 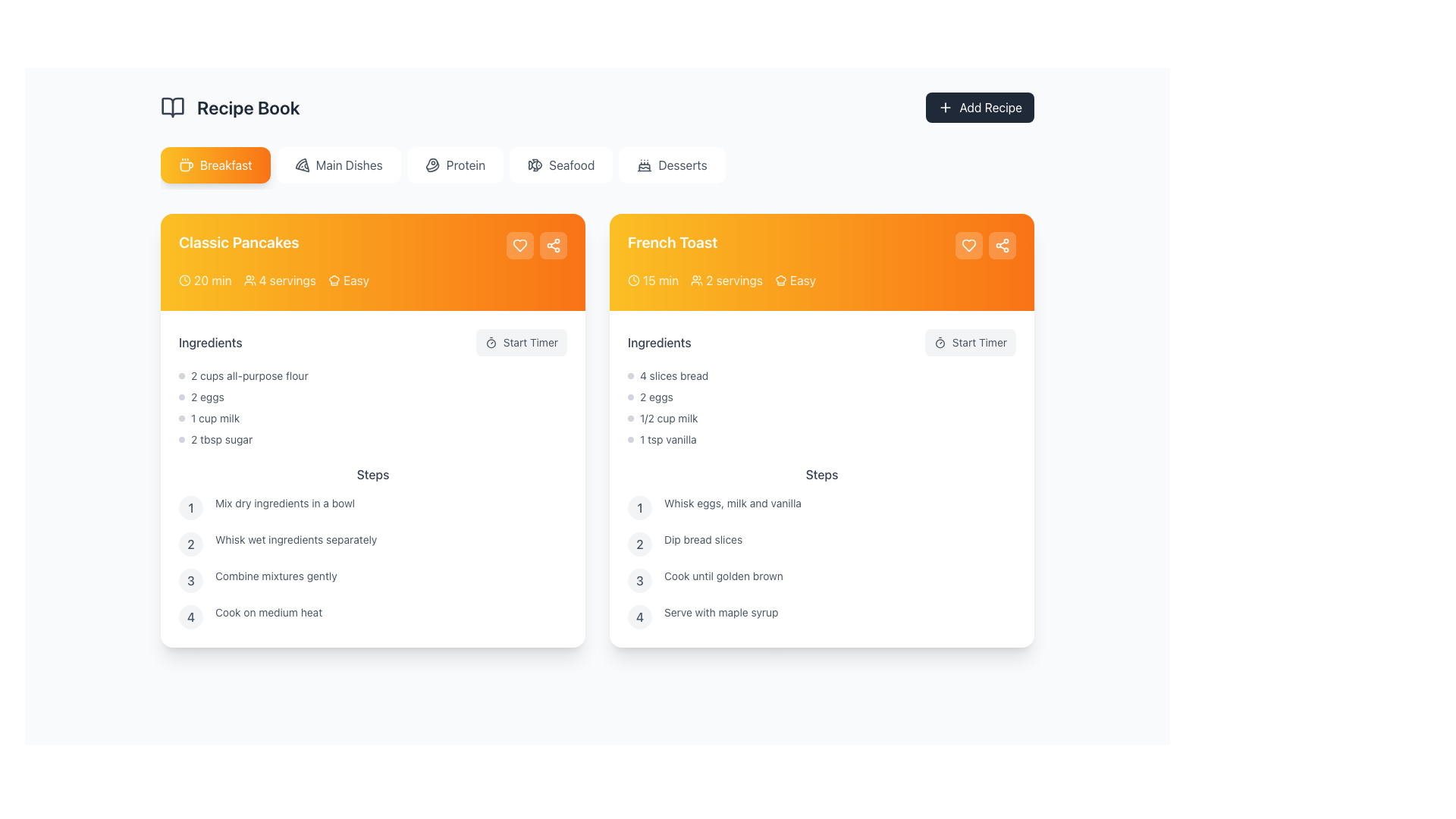 I want to click on the static text element displaying the ingredient quantity and type for the recipe, which is the first item in the list under the 'Ingredients' section of the 'French Toast' card, so click(x=673, y=375).